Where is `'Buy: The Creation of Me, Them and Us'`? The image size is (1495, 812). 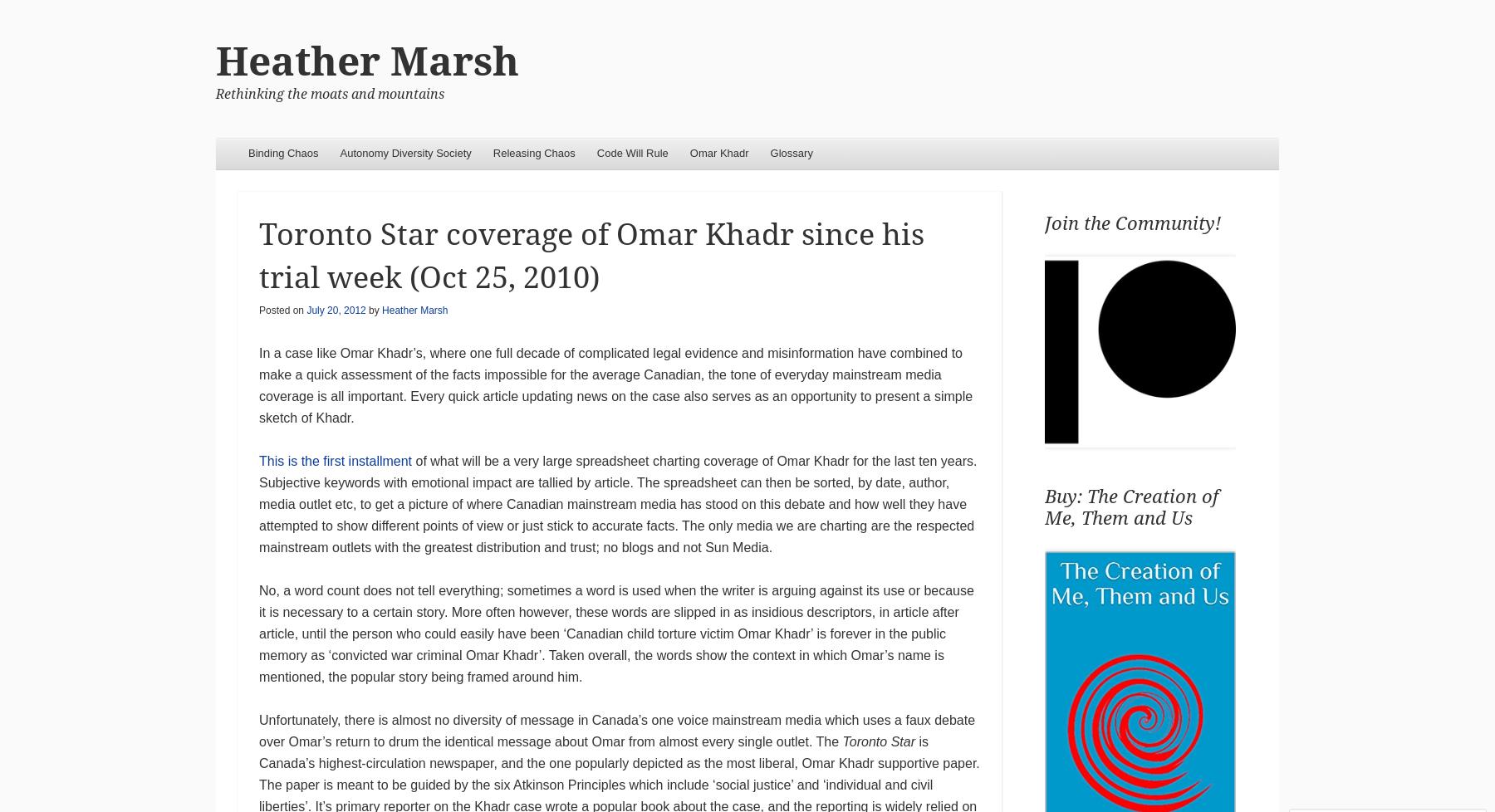
'Buy: The Creation of Me, Them and Us' is located at coordinates (1130, 507).